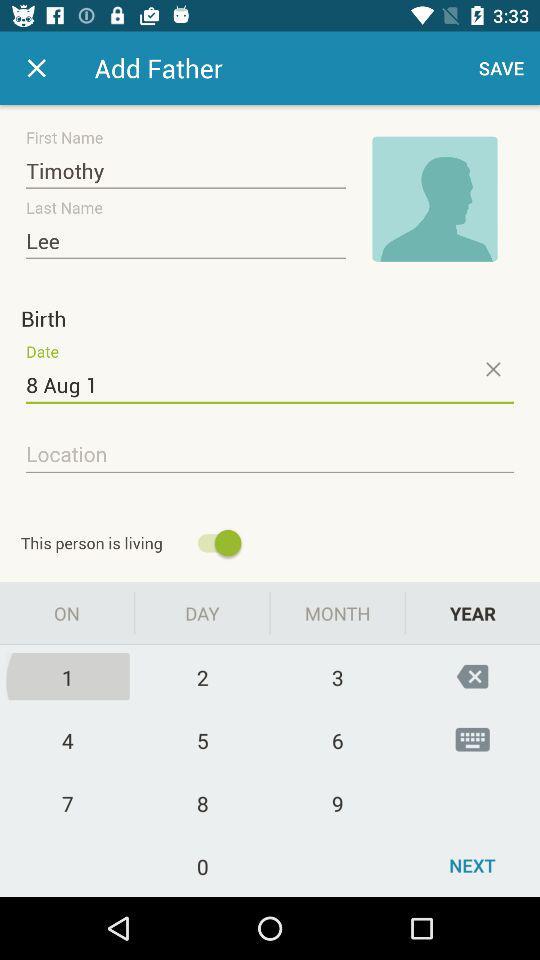  I want to click on photo, so click(434, 199).